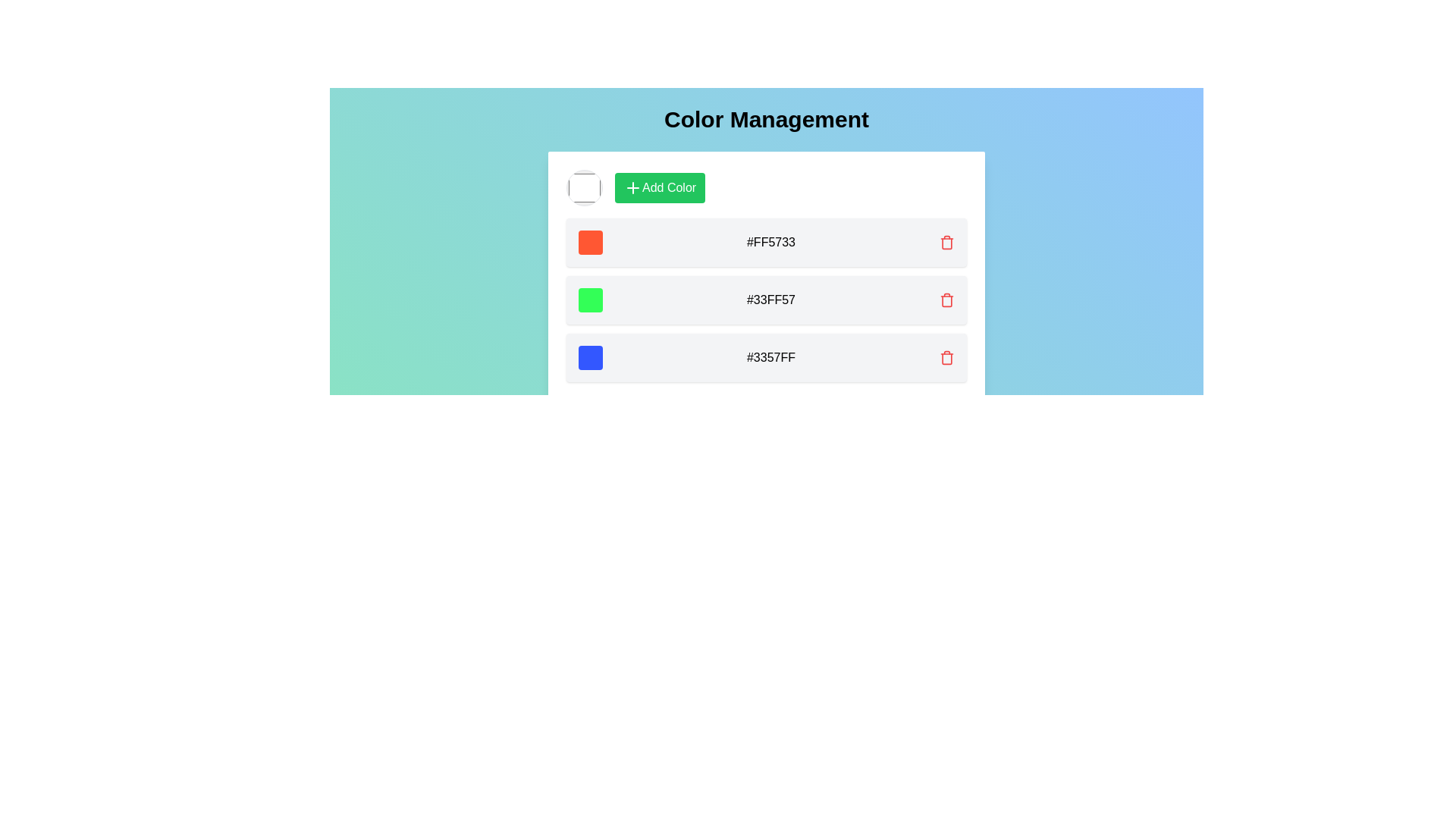  Describe the element at coordinates (767, 275) in the screenshot. I see `the color entry ListItem displaying the color code '#33FF57'` at that location.